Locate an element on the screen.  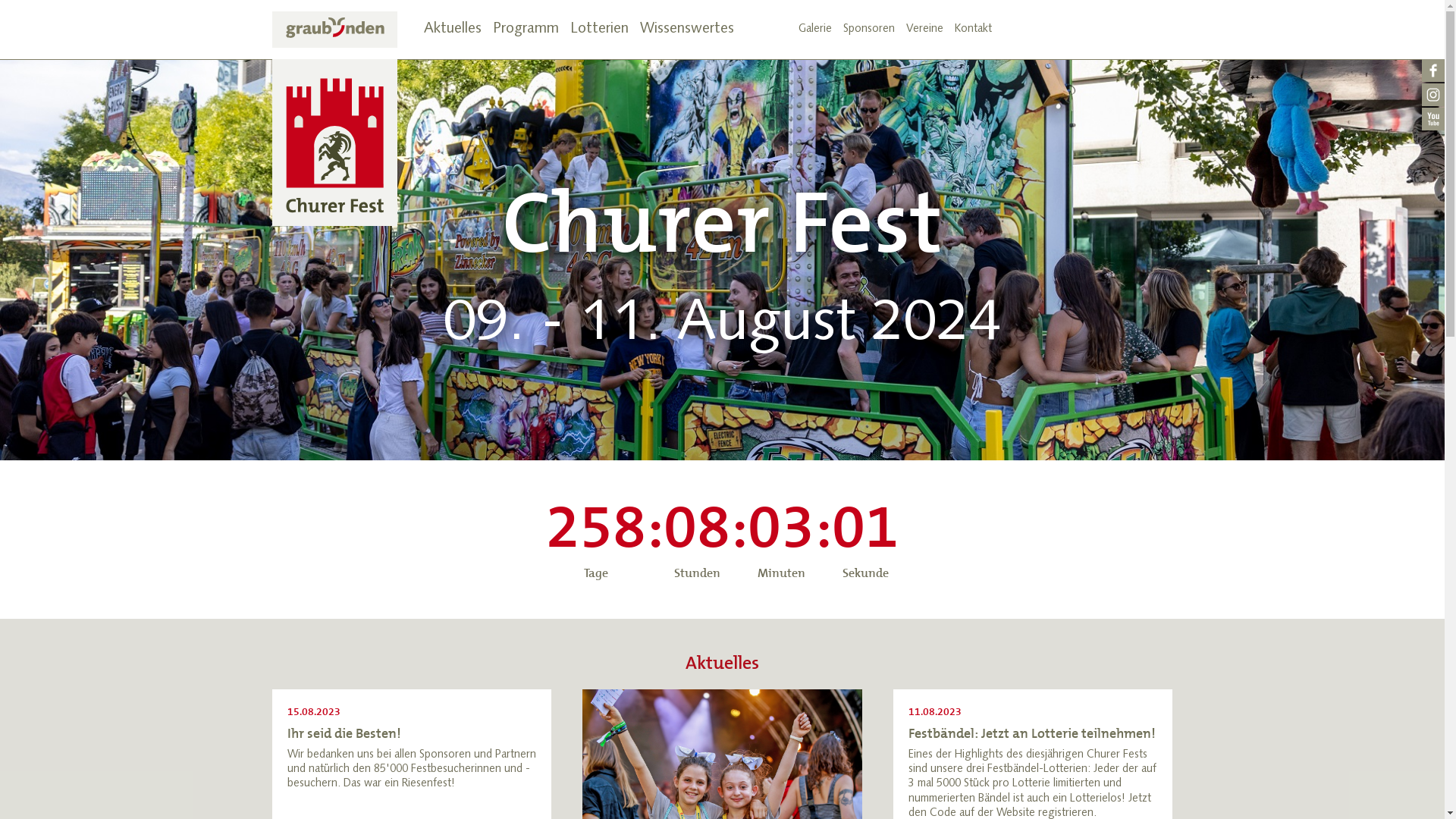
'Folge uns auf Instagram' is located at coordinates (1432, 96).